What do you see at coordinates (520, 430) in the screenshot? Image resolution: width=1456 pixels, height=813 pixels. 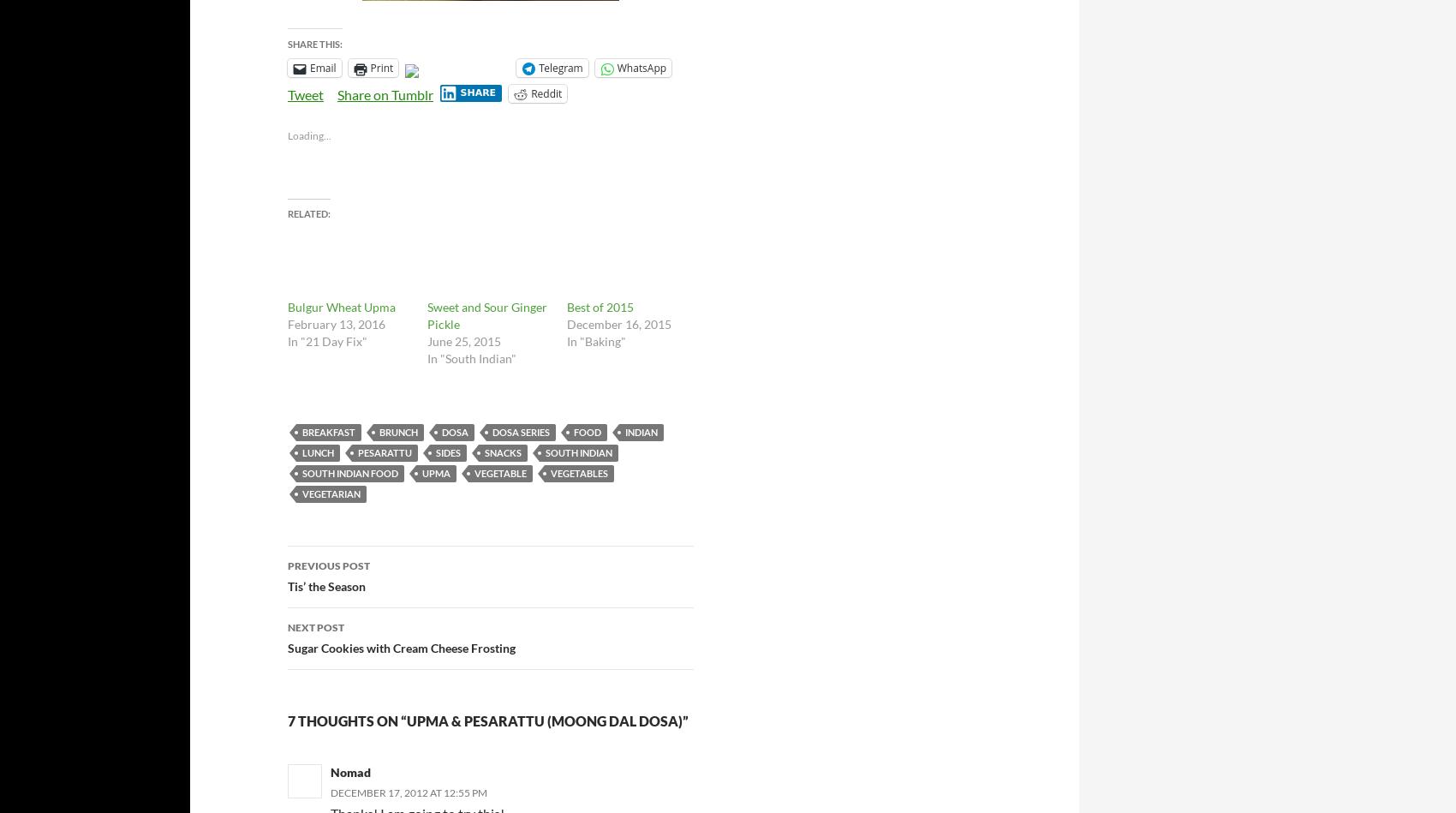 I see `'dosa series'` at bounding box center [520, 430].